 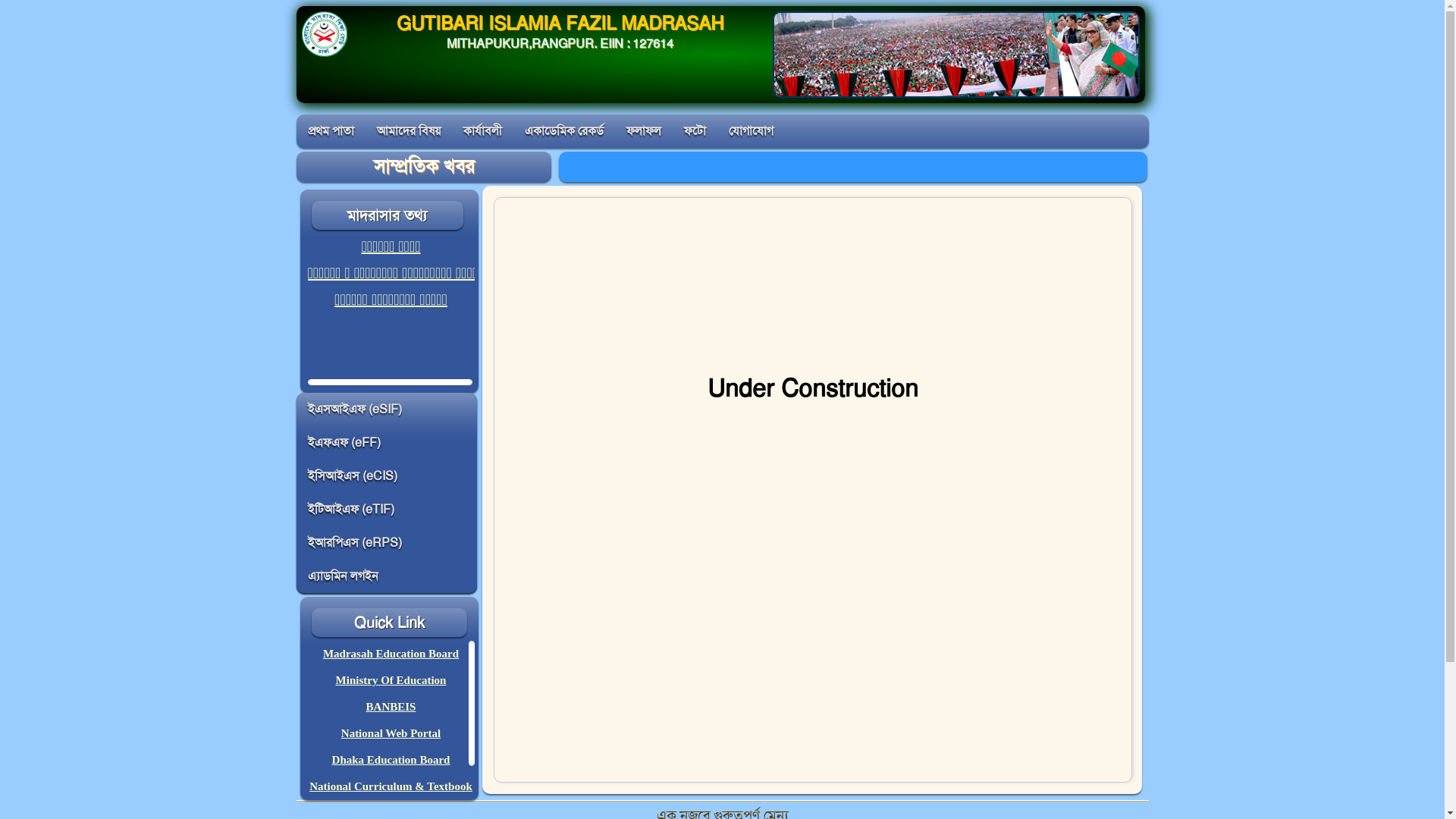 What do you see at coordinates (391, 679) in the screenshot?
I see `'Ministry Of Education'` at bounding box center [391, 679].